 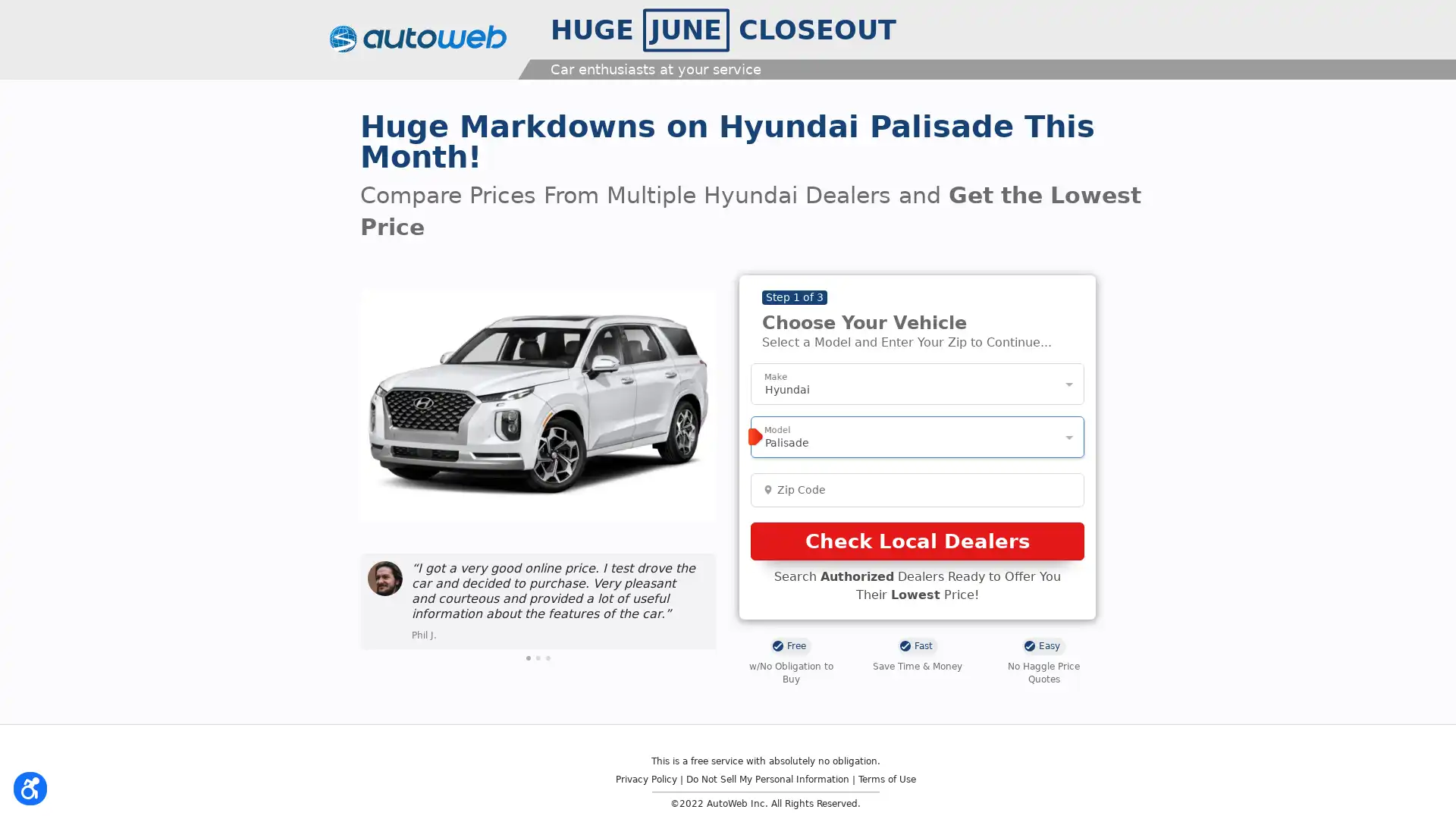 I want to click on Carousel Page 3, so click(x=548, y=657).